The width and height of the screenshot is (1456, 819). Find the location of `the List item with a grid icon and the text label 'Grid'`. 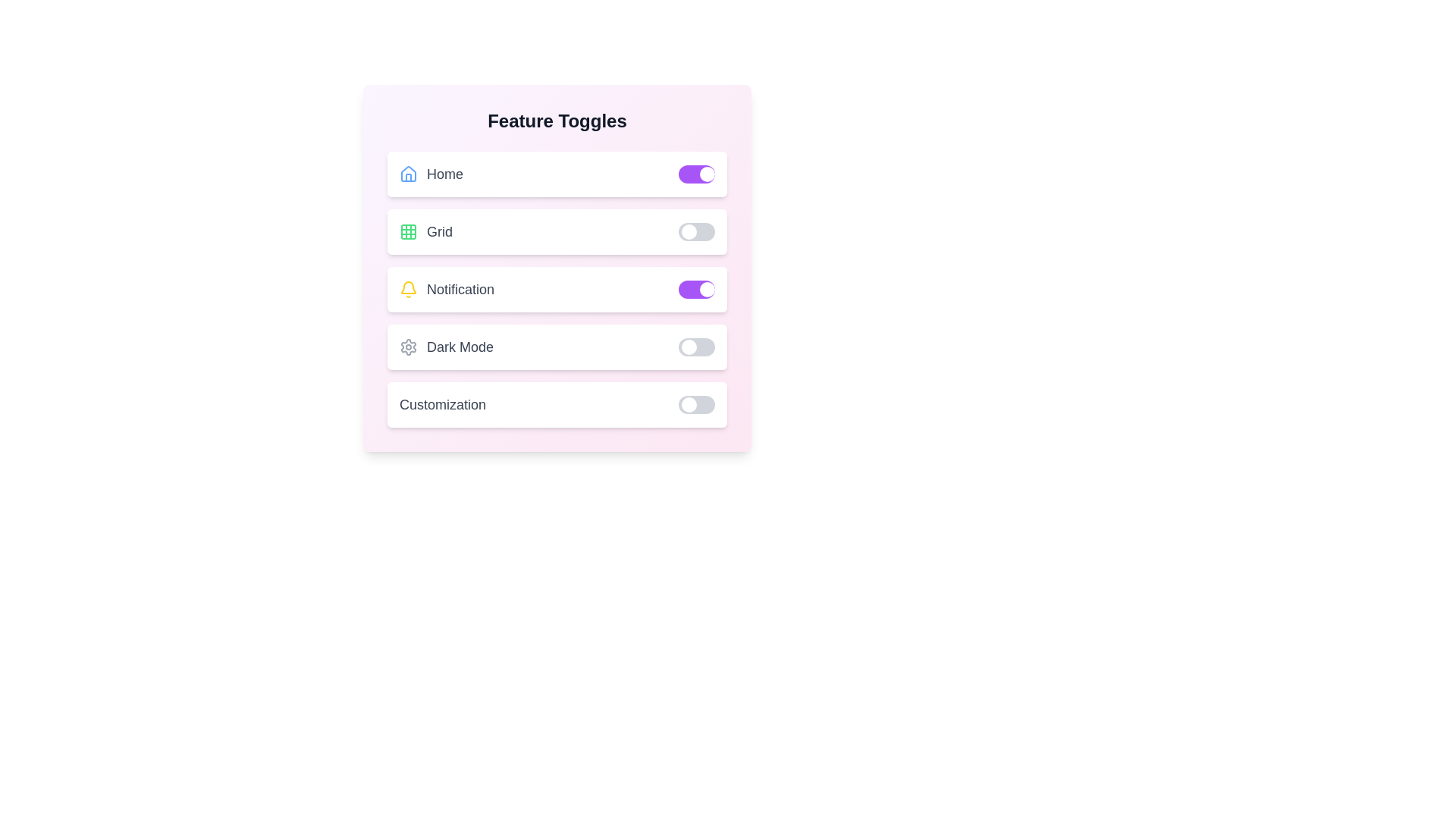

the List item with a grid icon and the text label 'Grid' is located at coordinates (425, 231).